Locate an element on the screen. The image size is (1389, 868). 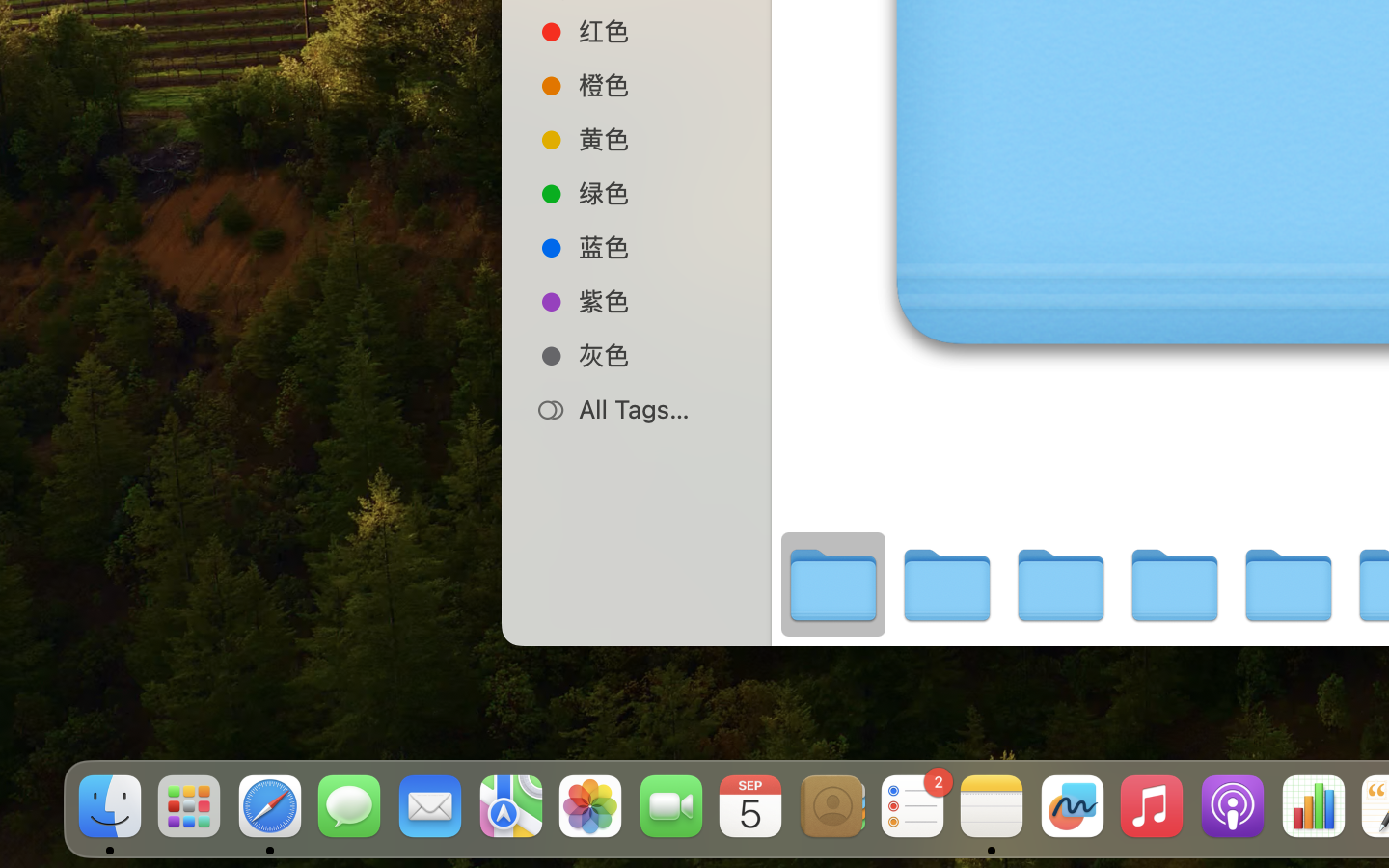
'红色' is located at coordinates (656, 30).